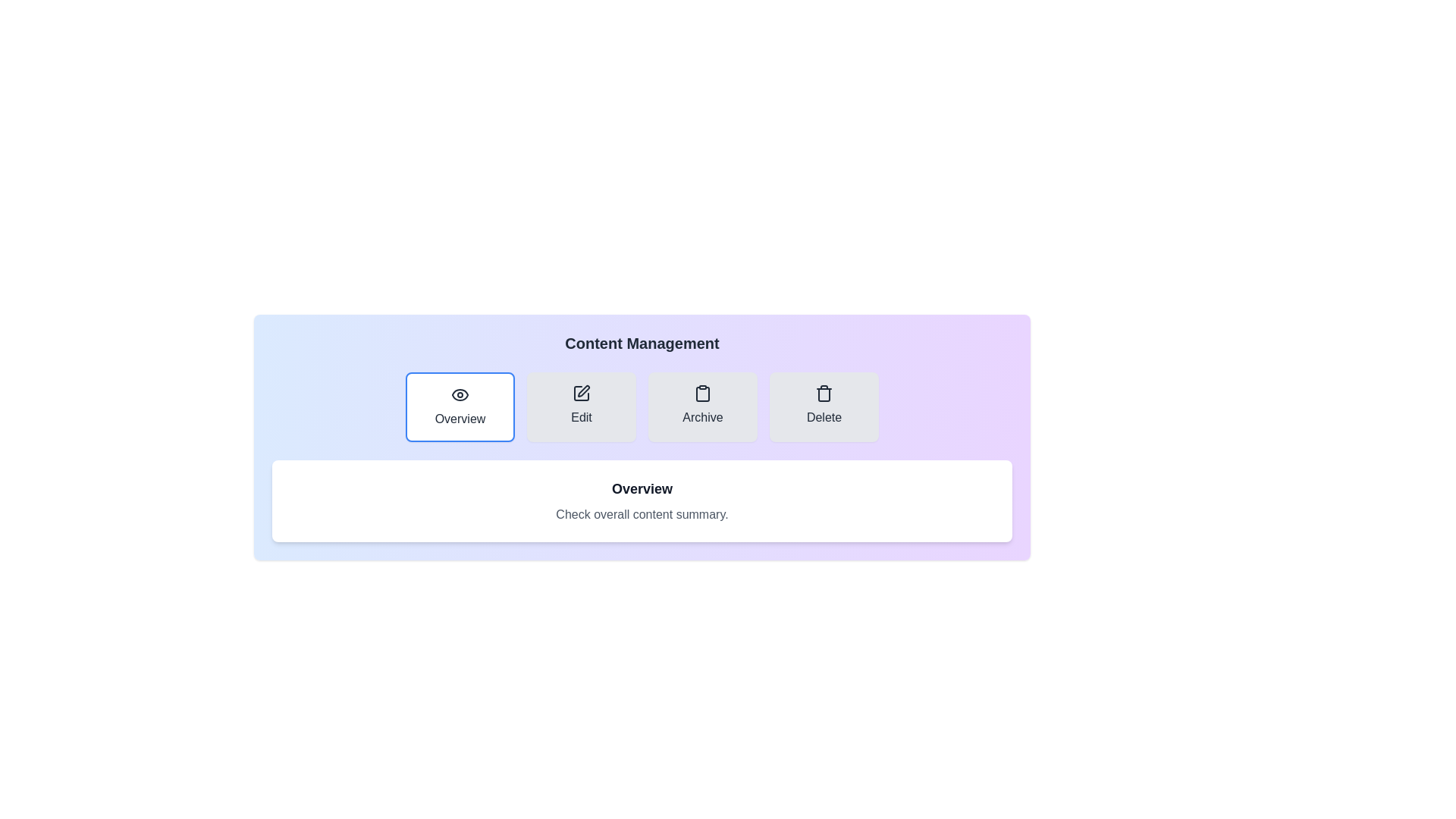 The image size is (1456, 819). What do you see at coordinates (459, 406) in the screenshot?
I see `the tab labeled Overview to preview its interaction effect` at bounding box center [459, 406].